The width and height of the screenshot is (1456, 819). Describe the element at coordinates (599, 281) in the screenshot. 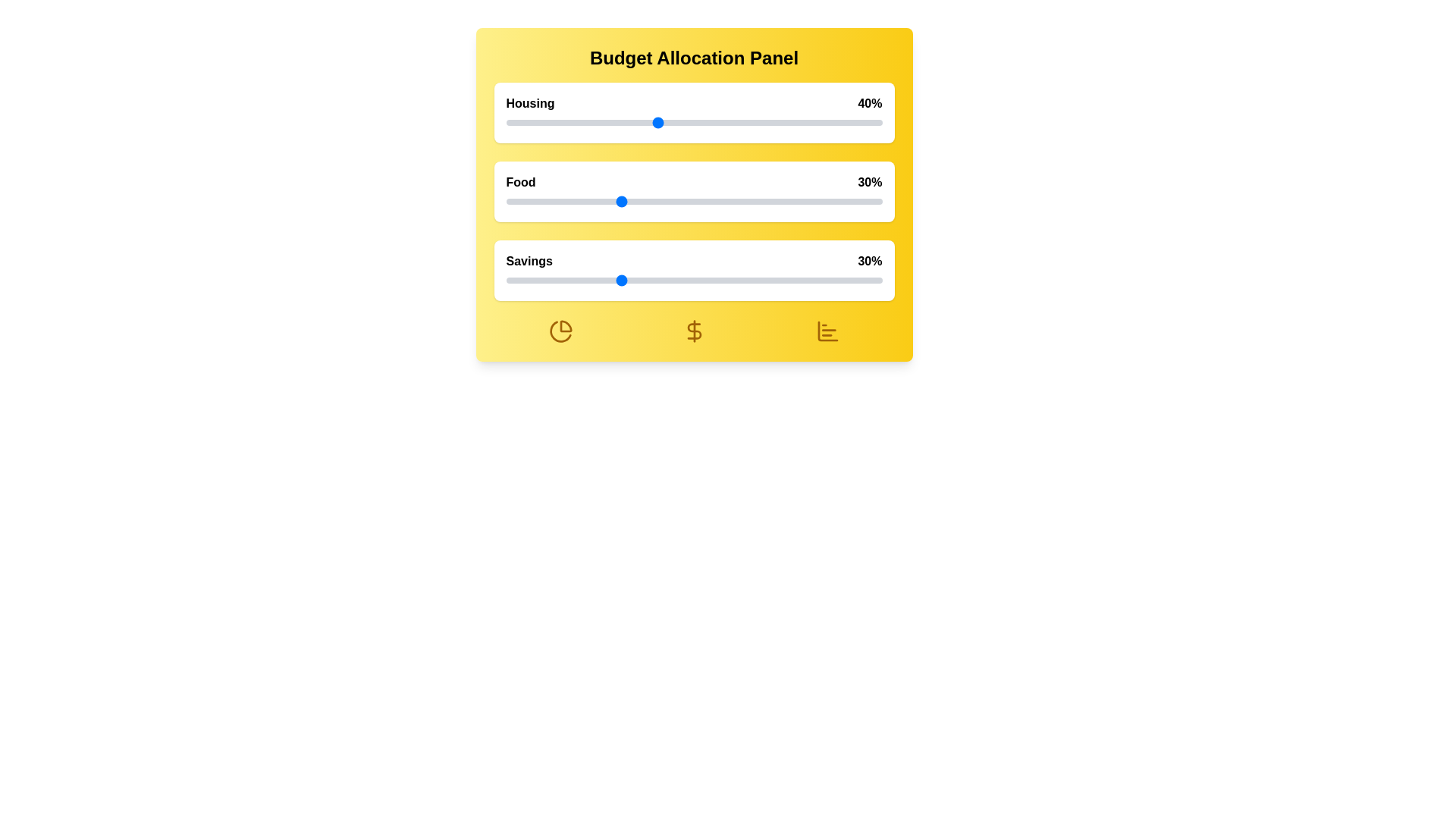

I see `the savings percentage` at that location.